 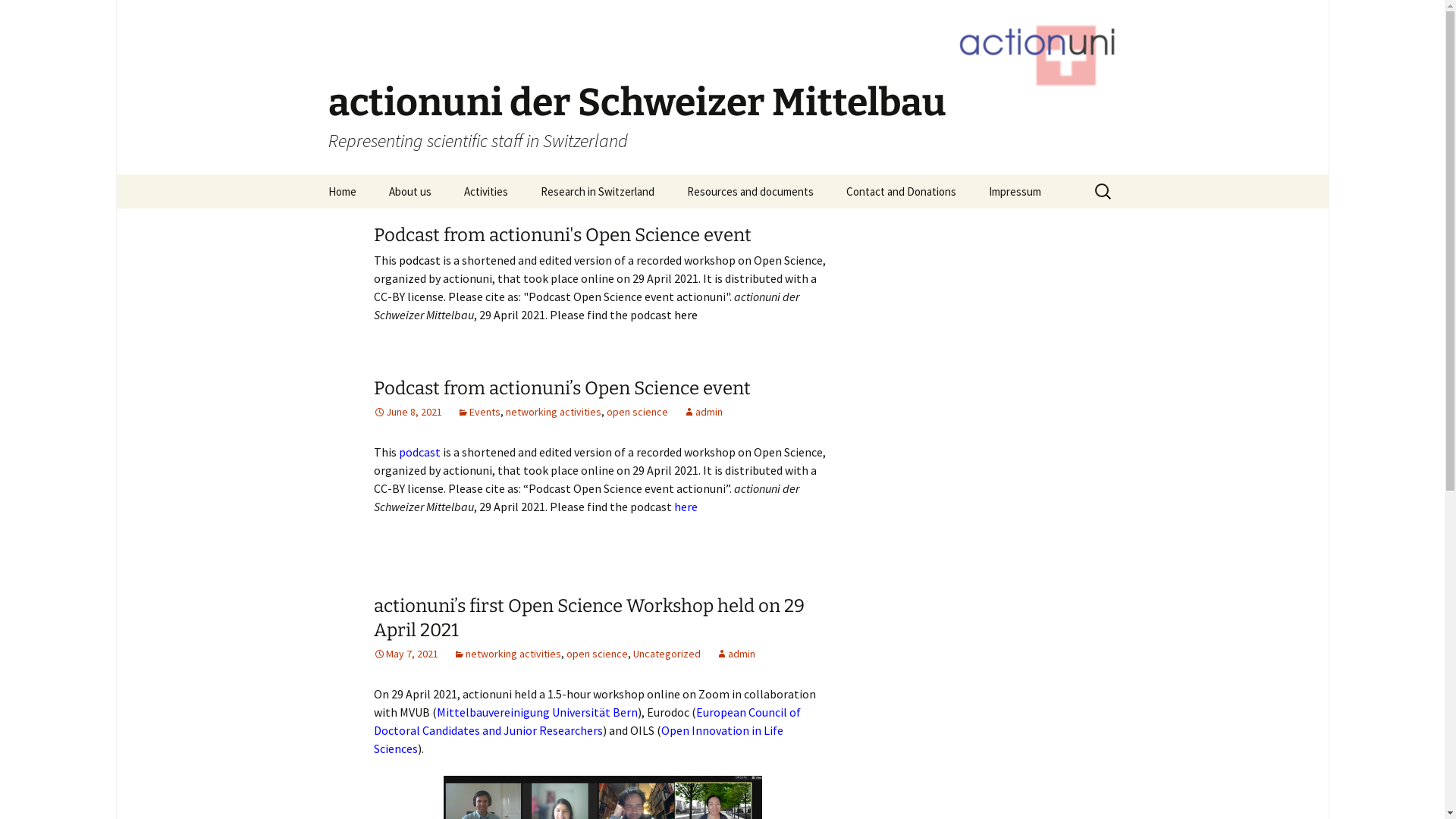 I want to click on 'Skip to content', so click(x=312, y=174).